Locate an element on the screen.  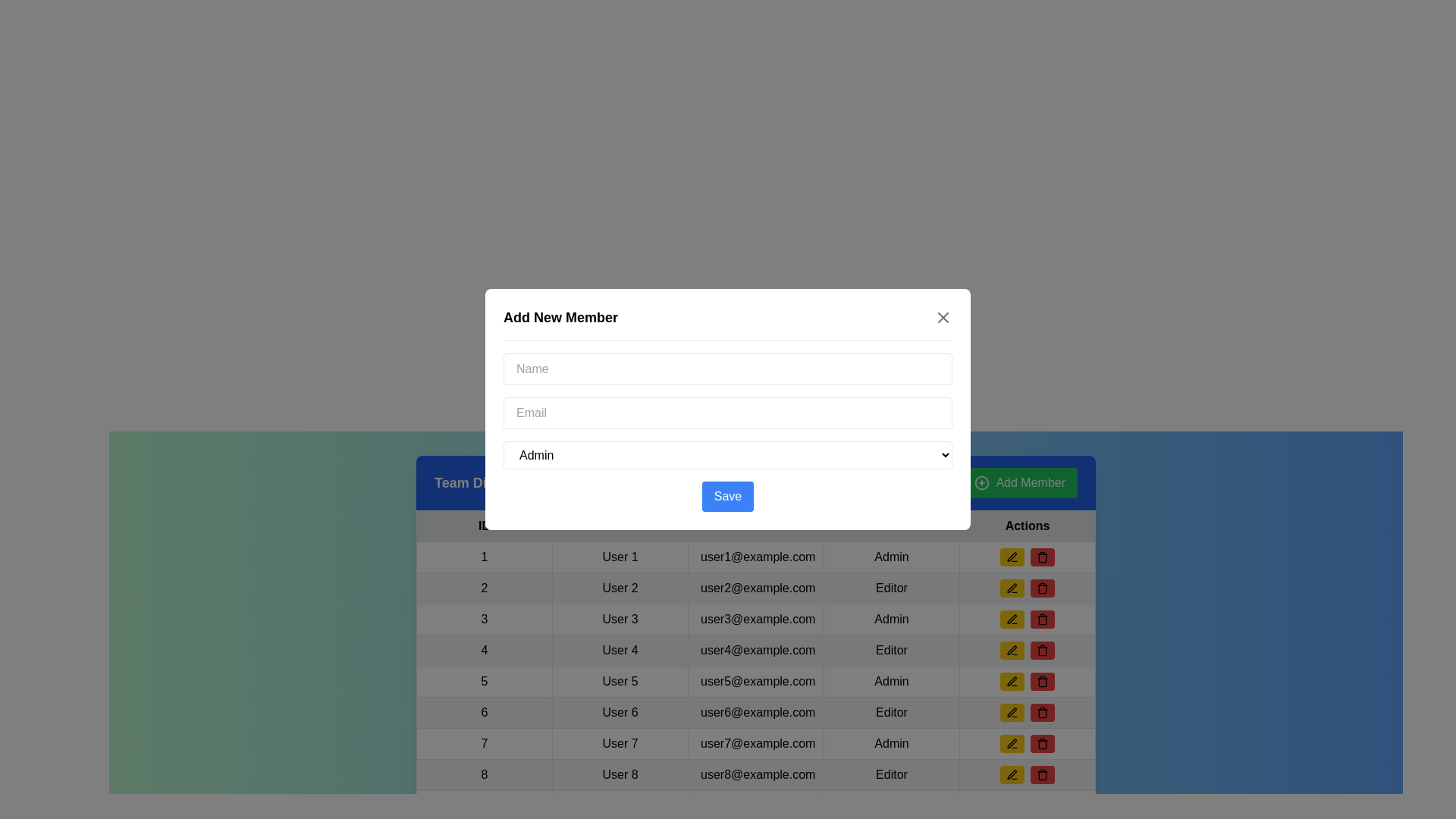
the fifth row of the table, which contains the index '5', user name 'User 5', email 'user5@example.com', and role 'Admin' is located at coordinates (756, 680).